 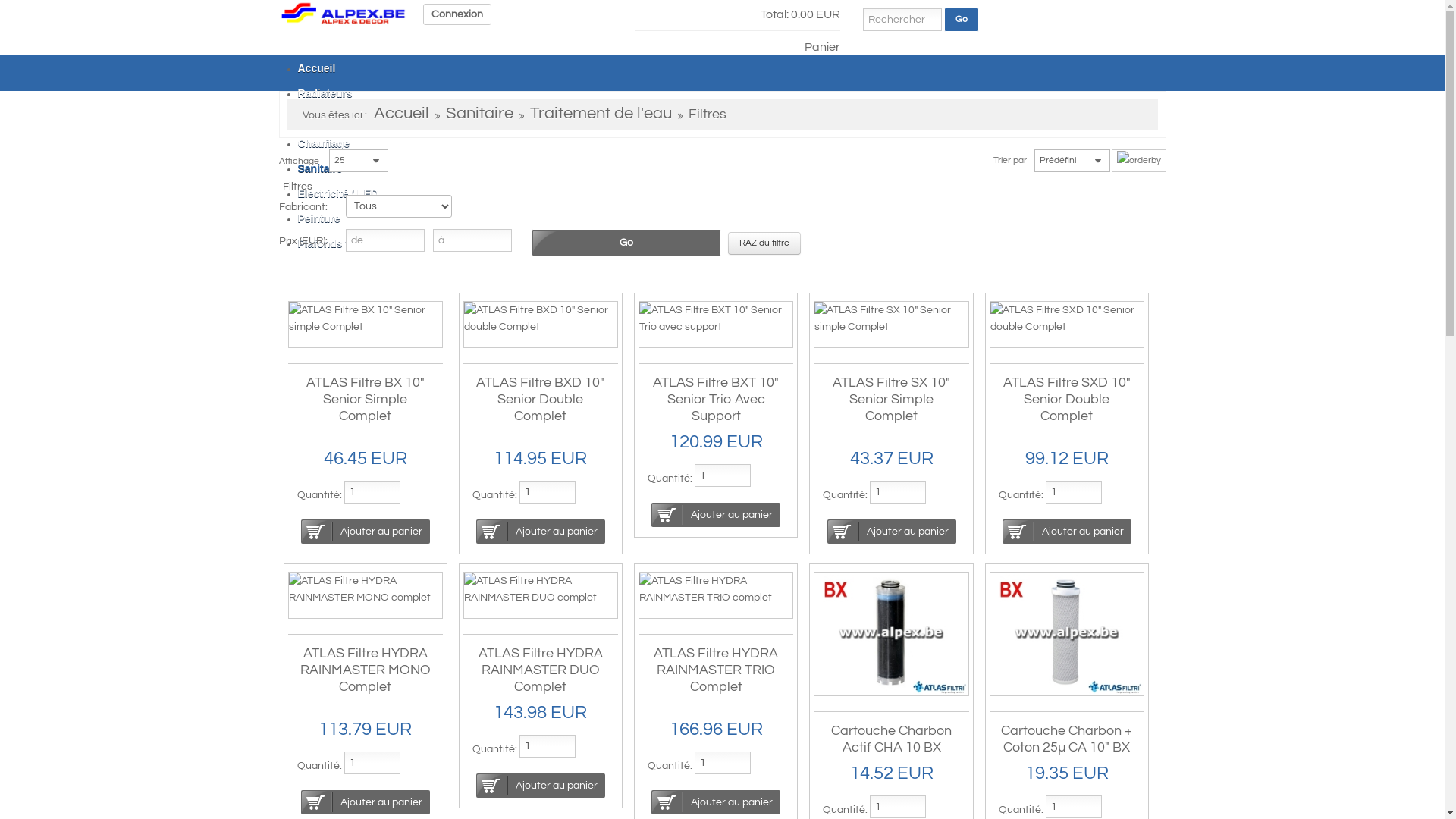 What do you see at coordinates (715, 398) in the screenshot?
I see `'ATLAS Filtre BXT 10" Senior Trio Avec Support'` at bounding box center [715, 398].